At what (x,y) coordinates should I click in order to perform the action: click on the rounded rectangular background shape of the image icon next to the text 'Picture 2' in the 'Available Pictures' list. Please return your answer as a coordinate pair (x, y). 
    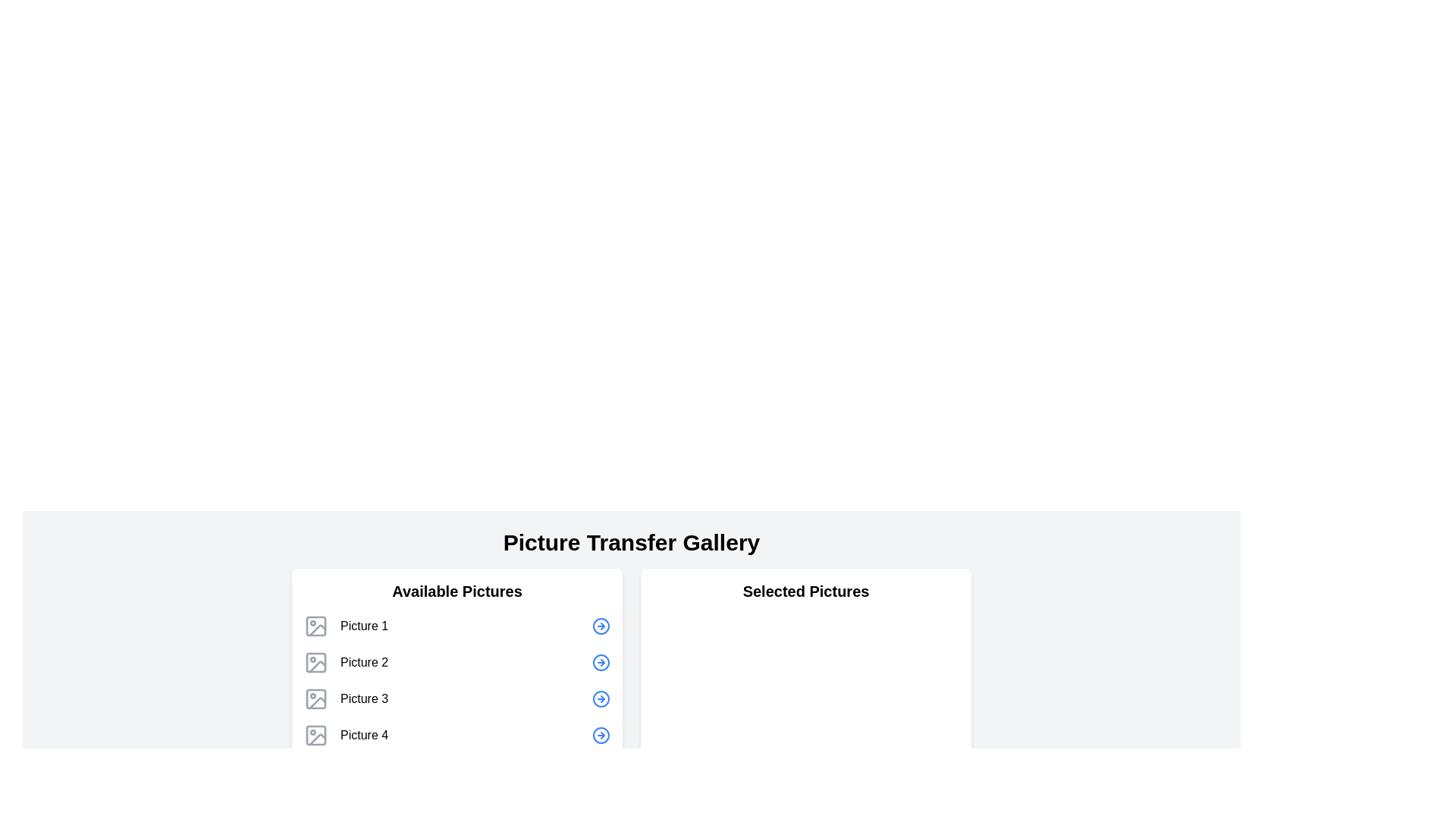
    Looking at the image, I should click on (315, 662).